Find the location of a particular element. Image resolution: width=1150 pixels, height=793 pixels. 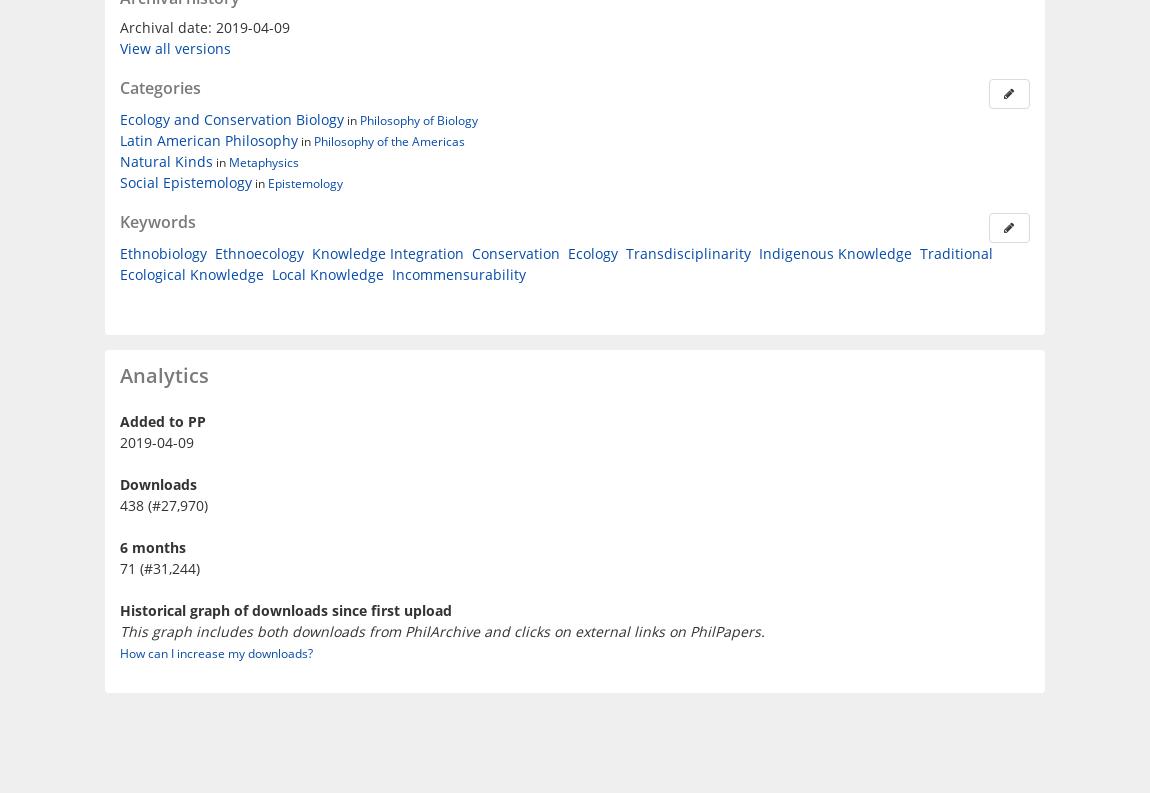

'This graph includes both downloads from PhilArchive and clicks on external links on PhilPapers.' is located at coordinates (442, 630).